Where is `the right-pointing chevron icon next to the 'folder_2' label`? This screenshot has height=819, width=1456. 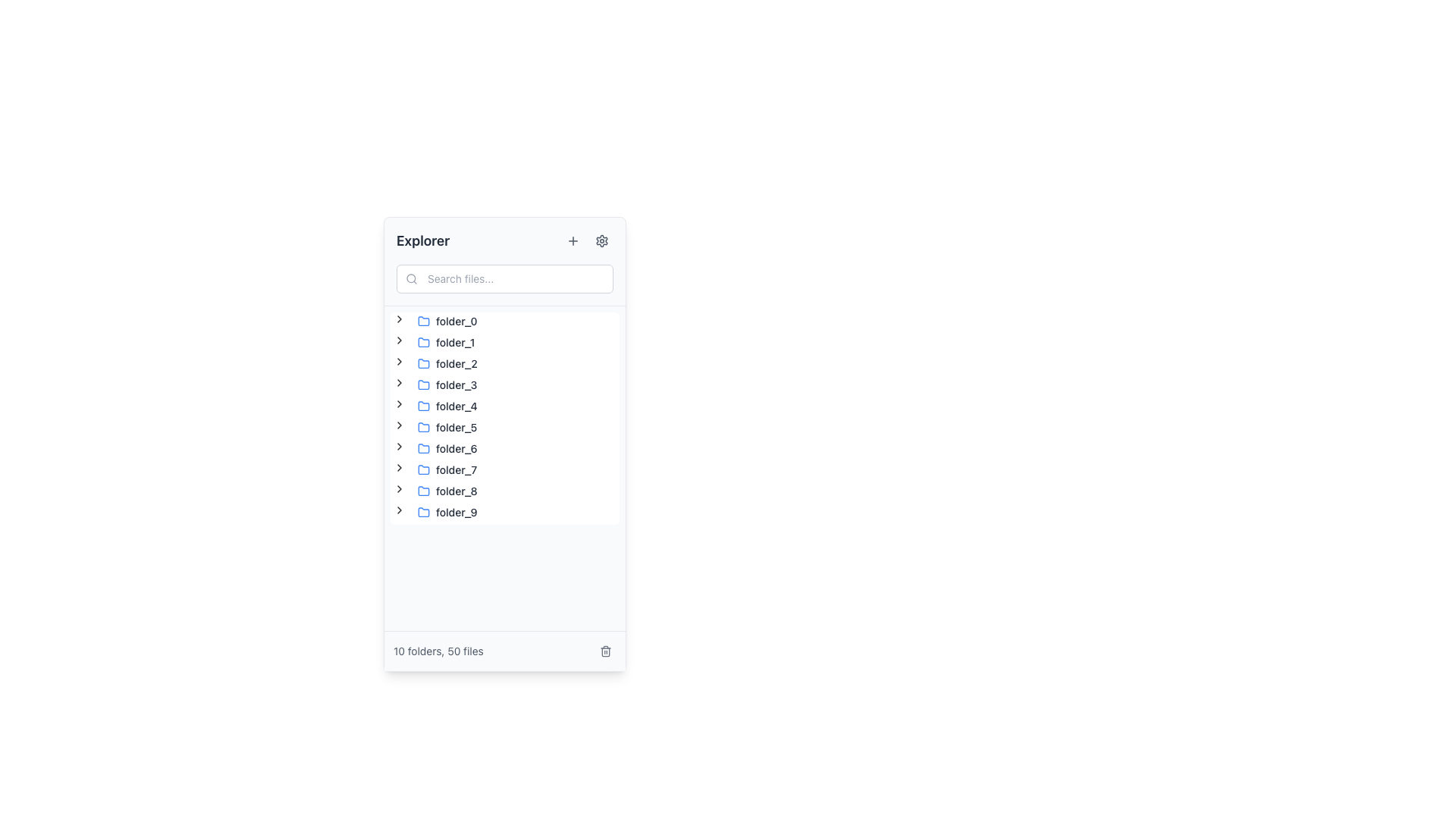
the right-pointing chevron icon next to the 'folder_2' label is located at coordinates (400, 363).